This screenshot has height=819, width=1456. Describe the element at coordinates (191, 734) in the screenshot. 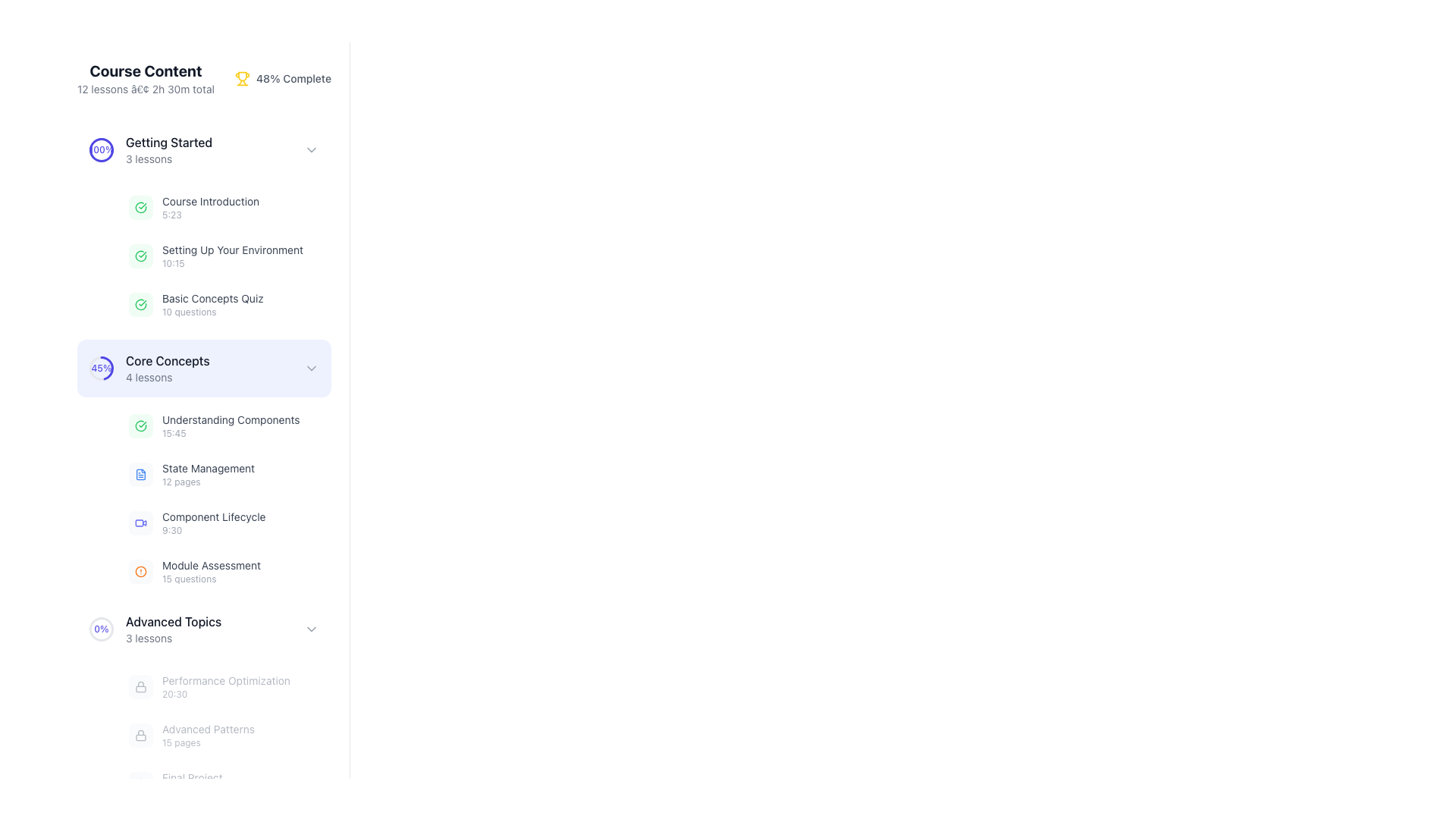

I see `the information of the lesson or topic represented by the List item with a lock icon located in the 'Advanced Topics' section, positioned below 'Performance Optimization' and above 'Final Project'` at that location.